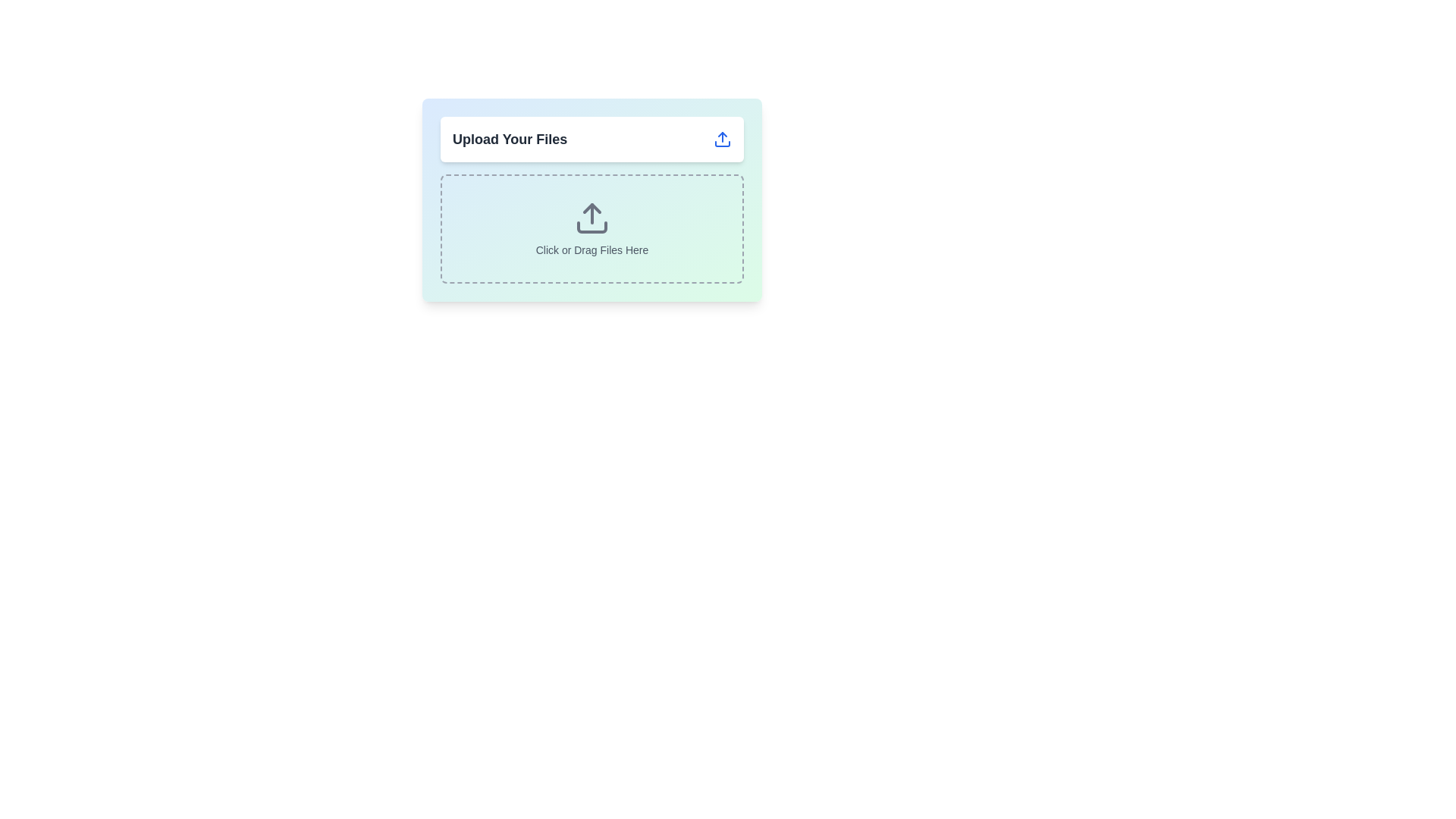 This screenshot has width=1456, height=819. I want to click on the dashed area of the file upload widget, so click(591, 199).